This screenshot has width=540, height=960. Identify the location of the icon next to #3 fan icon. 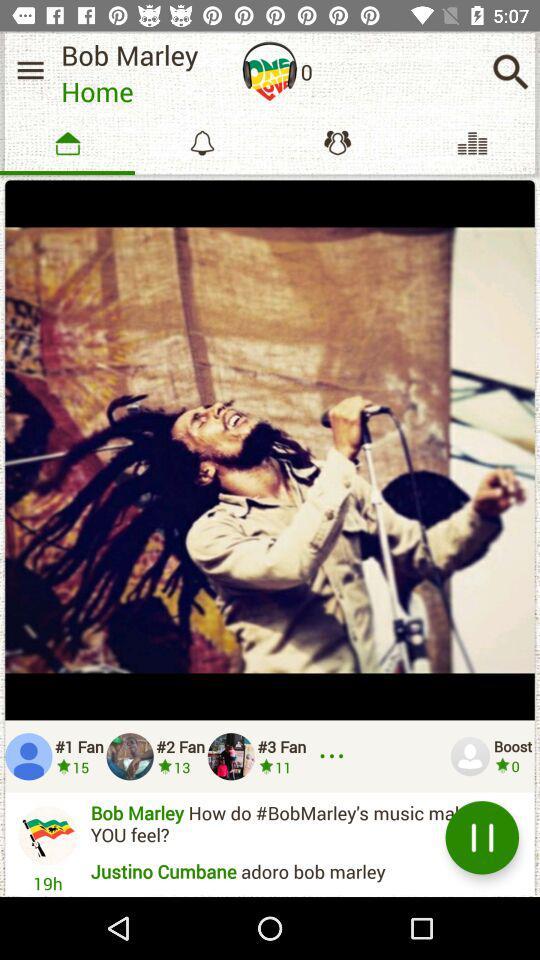
(335, 755).